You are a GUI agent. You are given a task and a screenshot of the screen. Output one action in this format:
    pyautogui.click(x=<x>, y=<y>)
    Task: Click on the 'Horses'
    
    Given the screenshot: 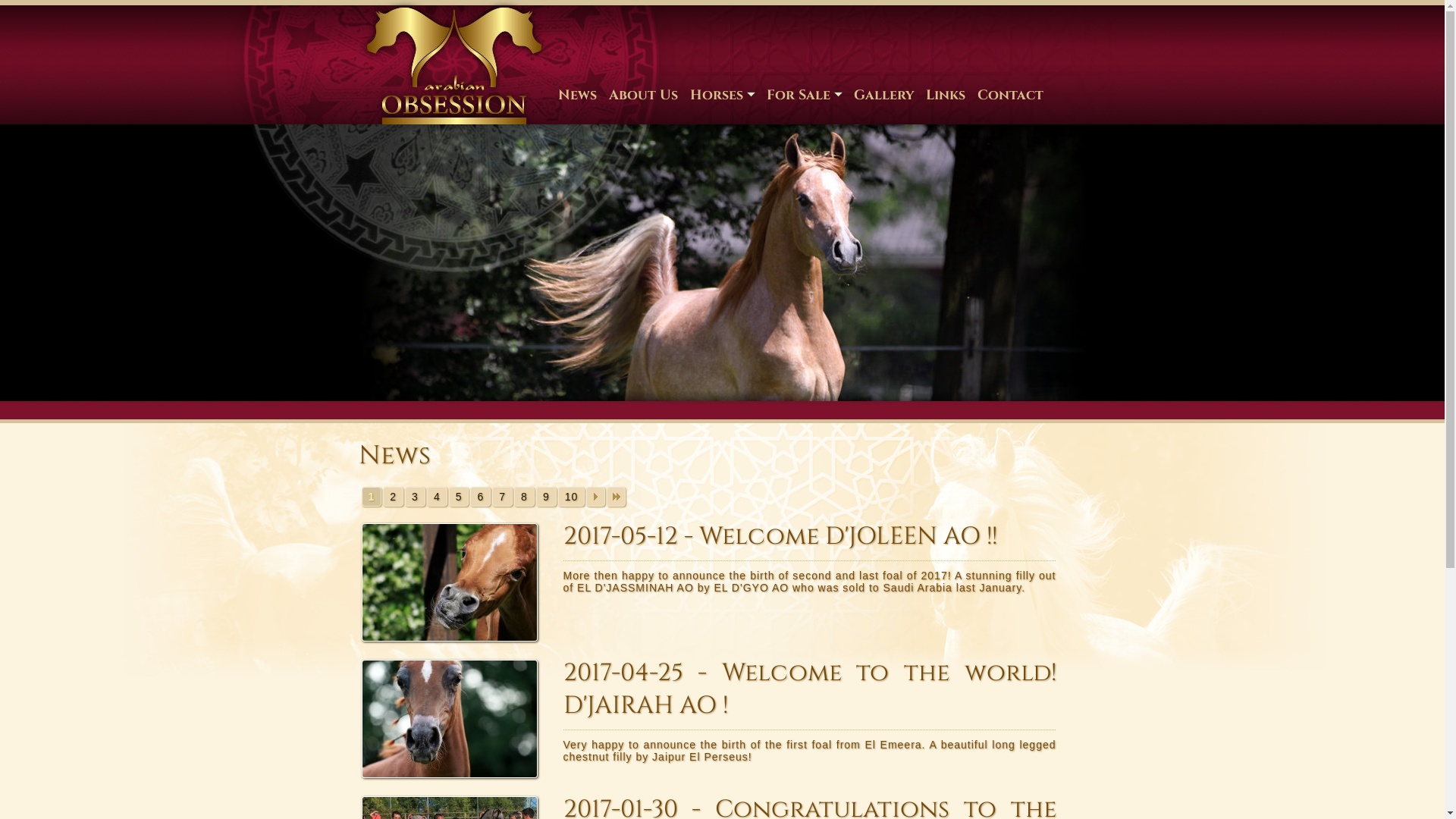 What is the action you would take?
    pyautogui.click(x=721, y=94)
    